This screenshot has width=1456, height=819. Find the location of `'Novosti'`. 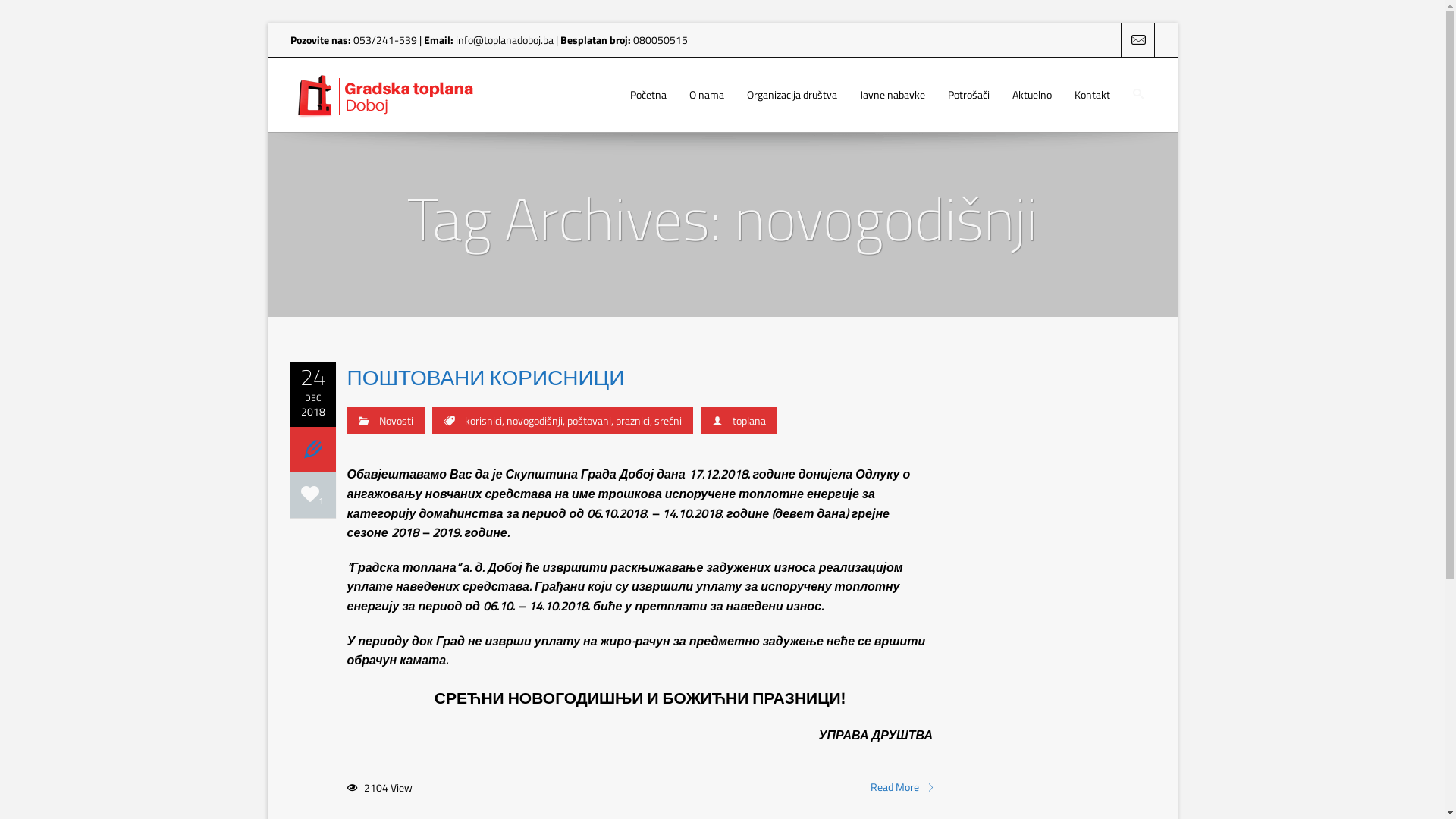

'Novosti' is located at coordinates (396, 420).